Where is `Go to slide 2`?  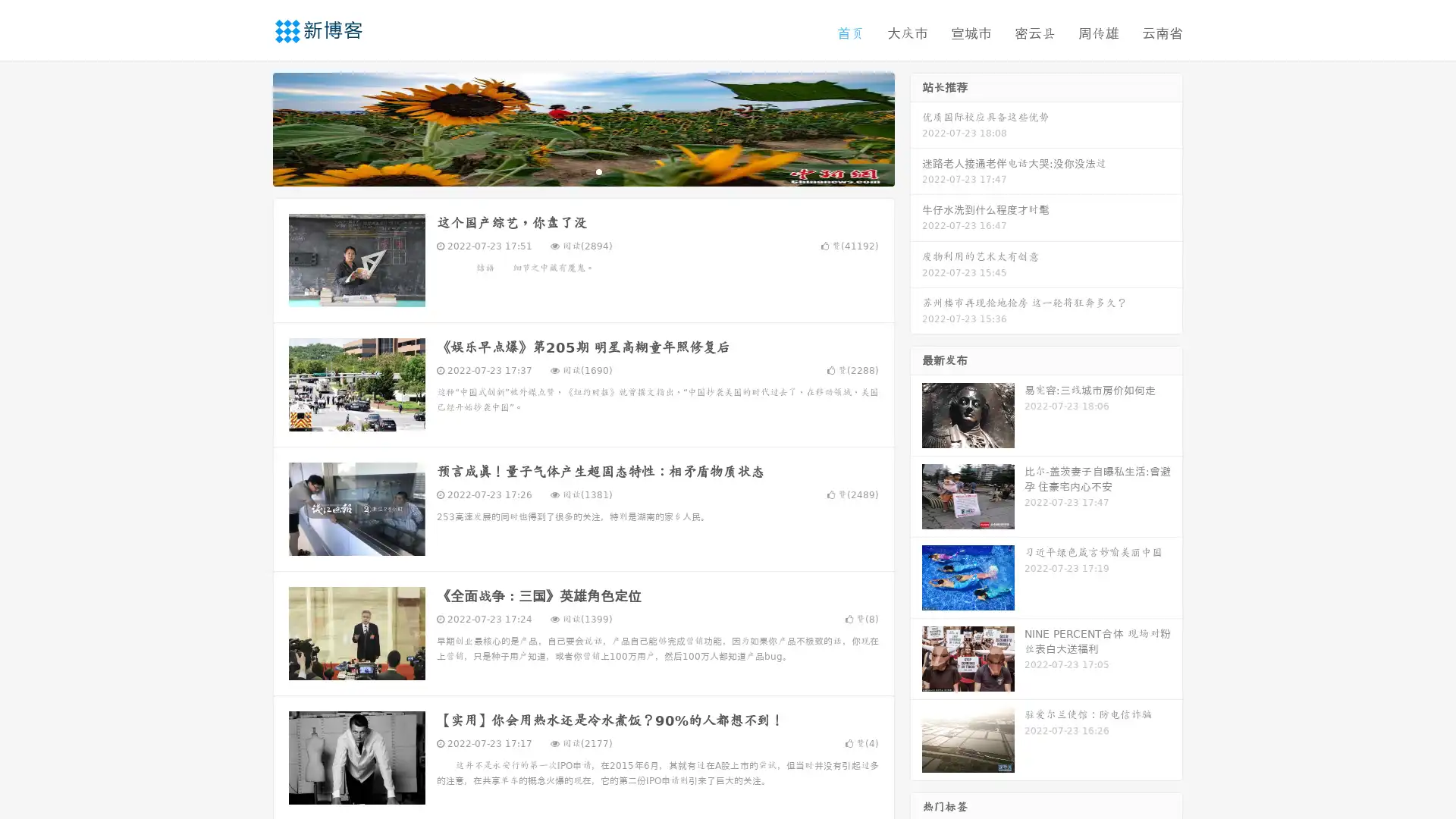
Go to slide 2 is located at coordinates (582, 171).